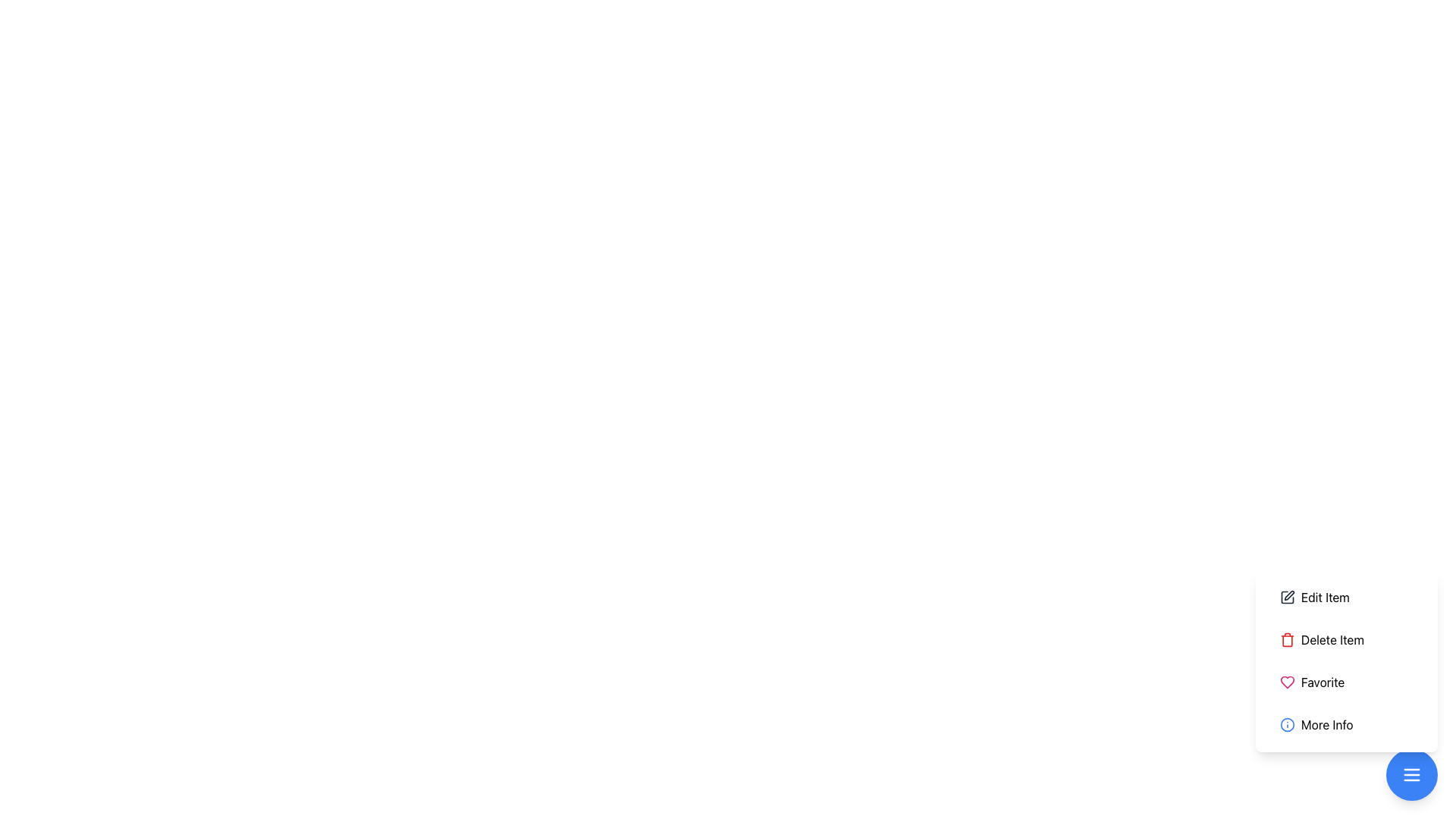  Describe the element at coordinates (1287, 681) in the screenshot. I see `the pink heart-shaped icon in the dropdown menu` at that location.